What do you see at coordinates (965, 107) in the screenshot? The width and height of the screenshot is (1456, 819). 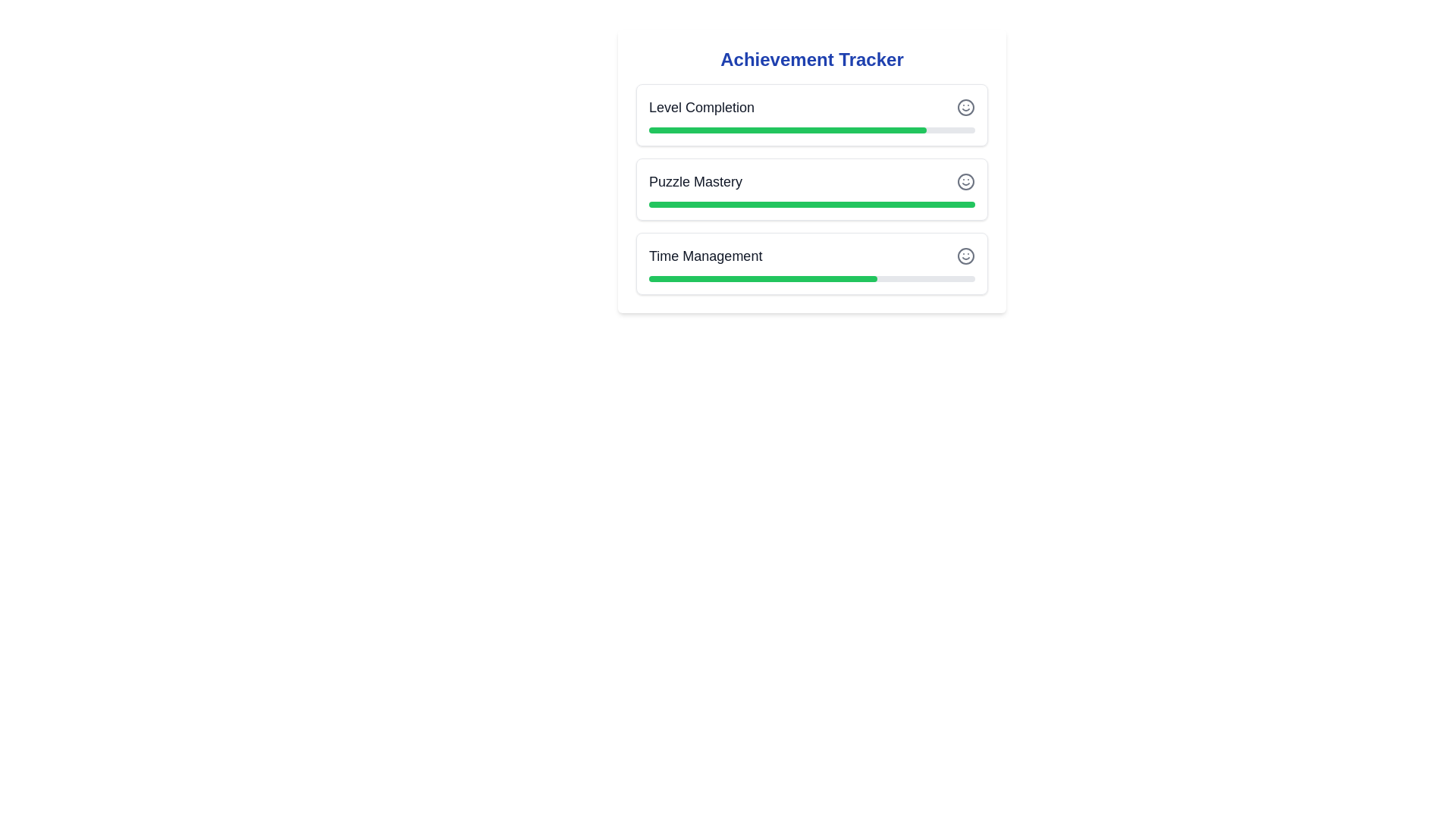 I see `the smiling face icon located at the far right of the 'Level Completion' row in the 'Achievement Tracker' UI, which is represented by a simple gray circular icon with two dots for eyes and a smile` at bounding box center [965, 107].